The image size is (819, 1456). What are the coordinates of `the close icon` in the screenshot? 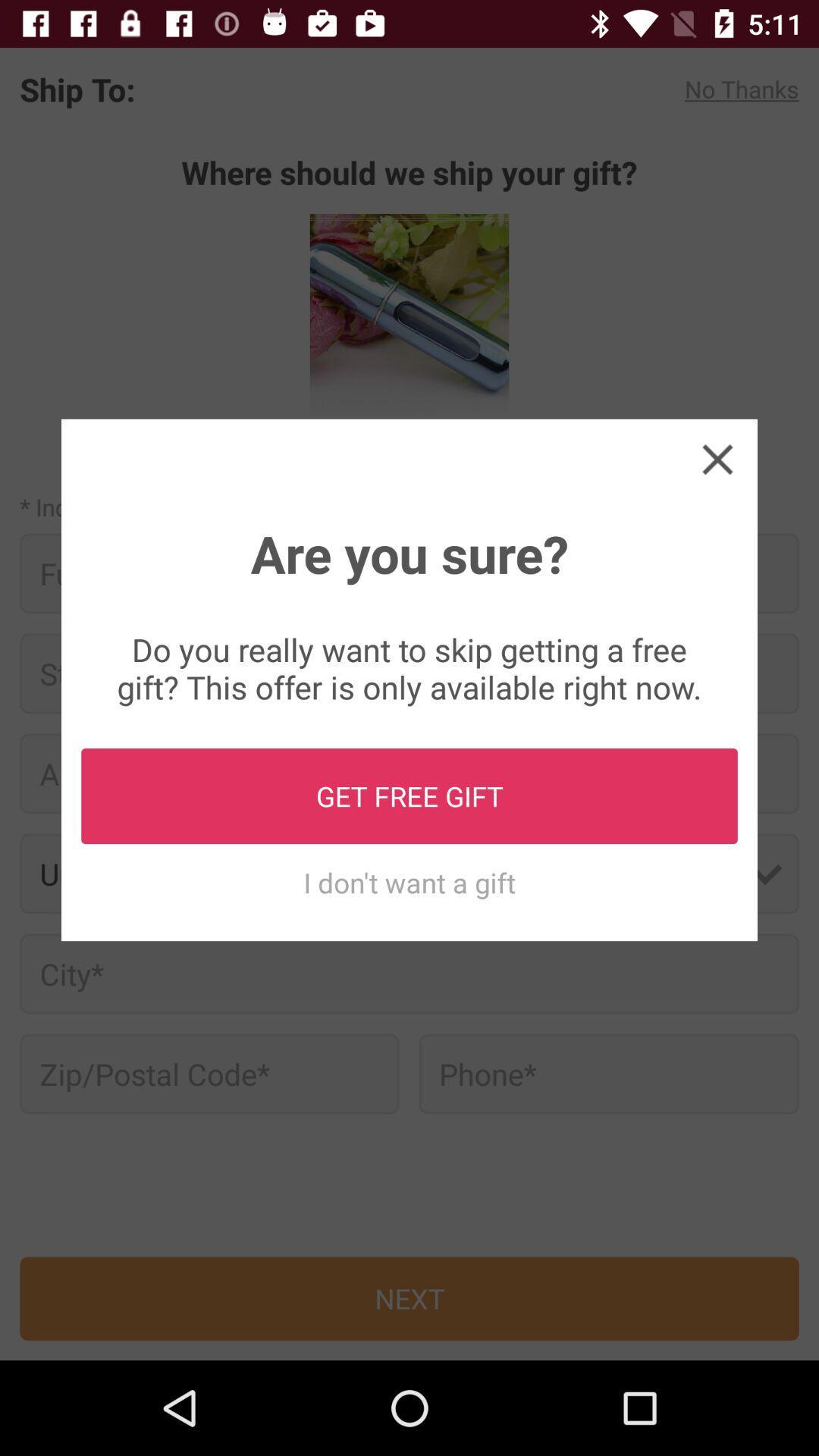 It's located at (717, 458).